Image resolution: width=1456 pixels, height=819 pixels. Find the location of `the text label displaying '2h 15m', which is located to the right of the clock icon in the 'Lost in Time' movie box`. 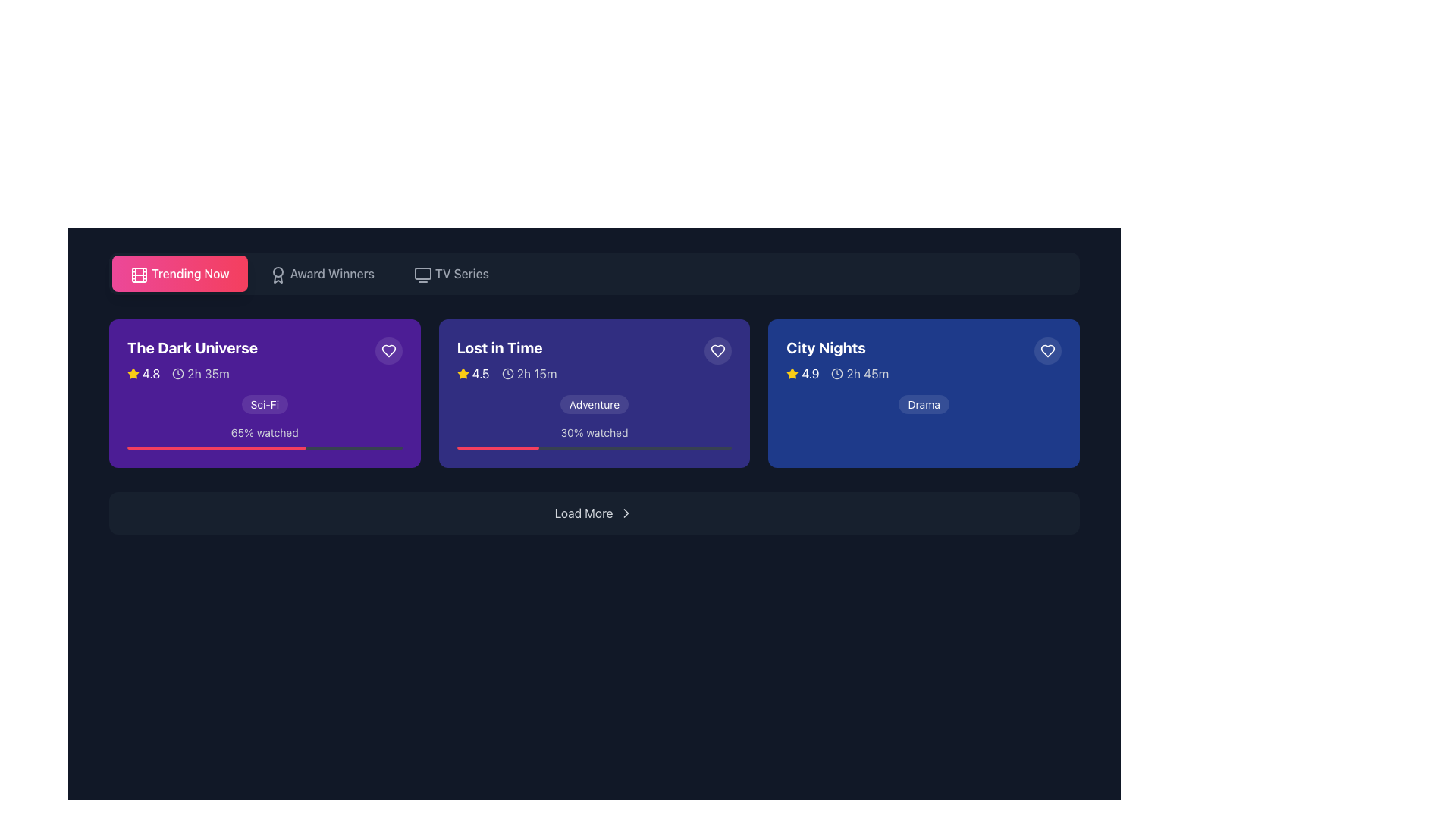

the text label displaying '2h 15m', which is located to the right of the clock icon in the 'Lost in Time' movie box is located at coordinates (537, 374).